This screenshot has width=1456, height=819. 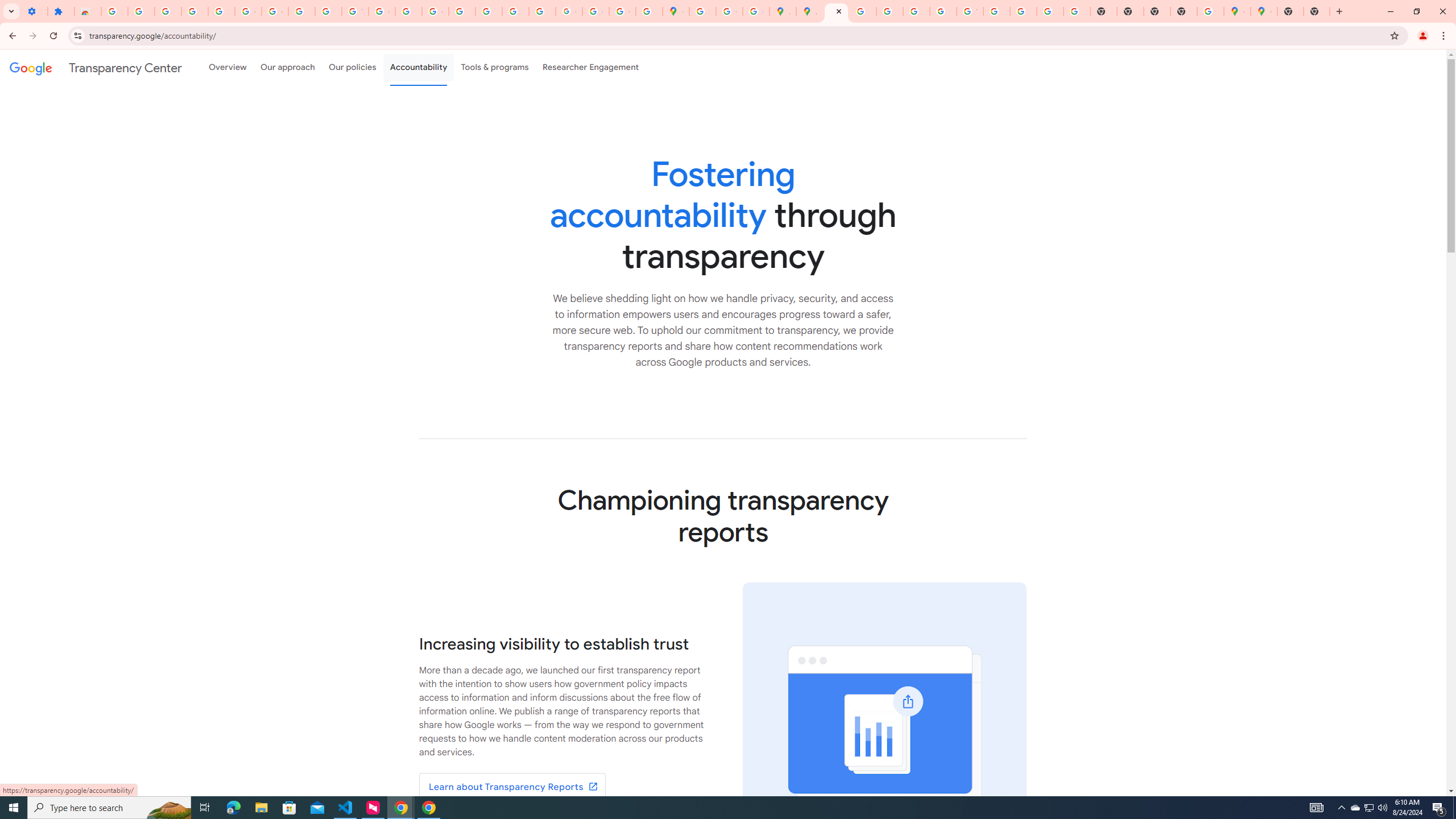 I want to click on 'Google Account Help', so click(x=248, y=11).